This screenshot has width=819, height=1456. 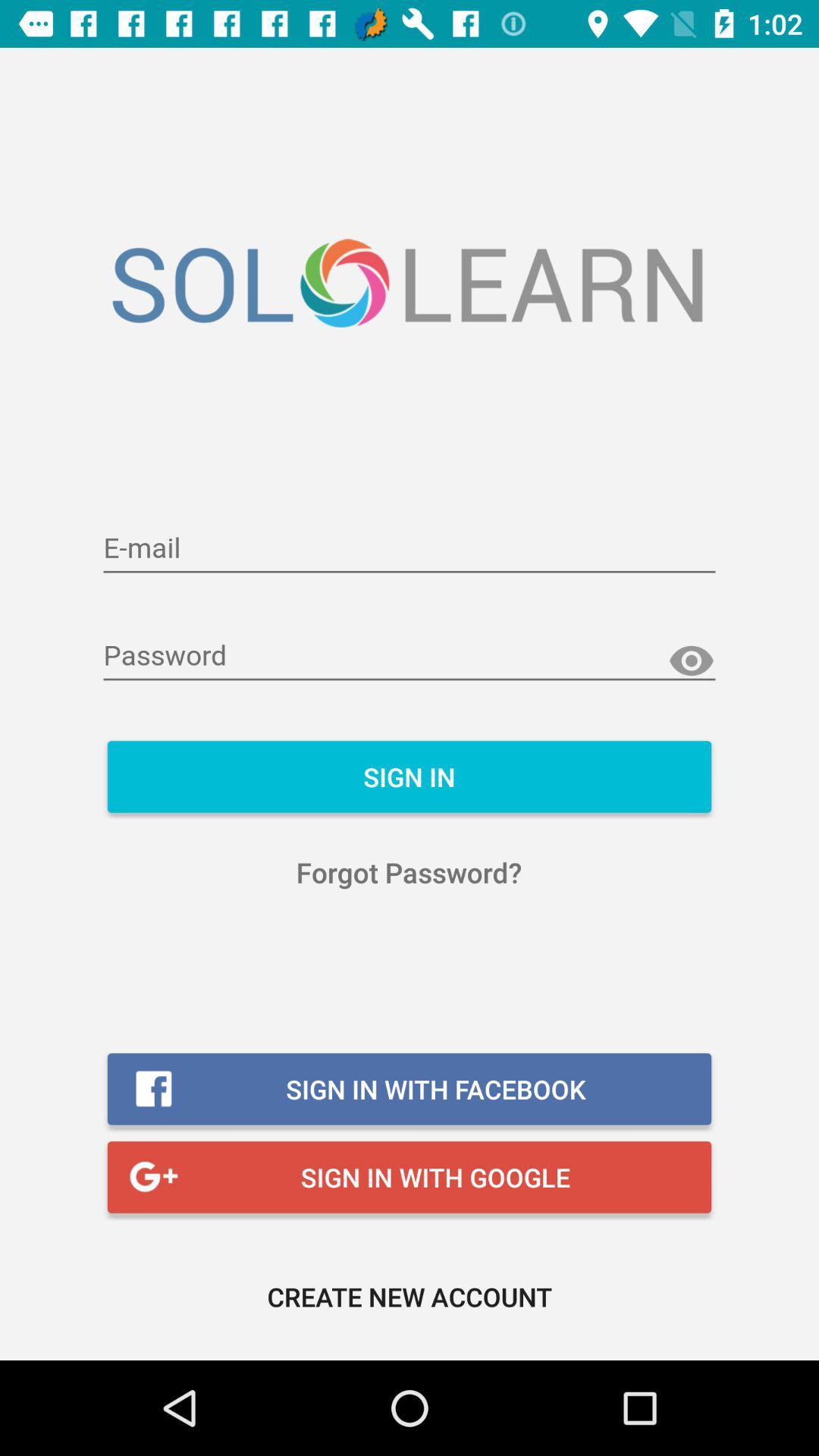 I want to click on user name, so click(x=409, y=548).